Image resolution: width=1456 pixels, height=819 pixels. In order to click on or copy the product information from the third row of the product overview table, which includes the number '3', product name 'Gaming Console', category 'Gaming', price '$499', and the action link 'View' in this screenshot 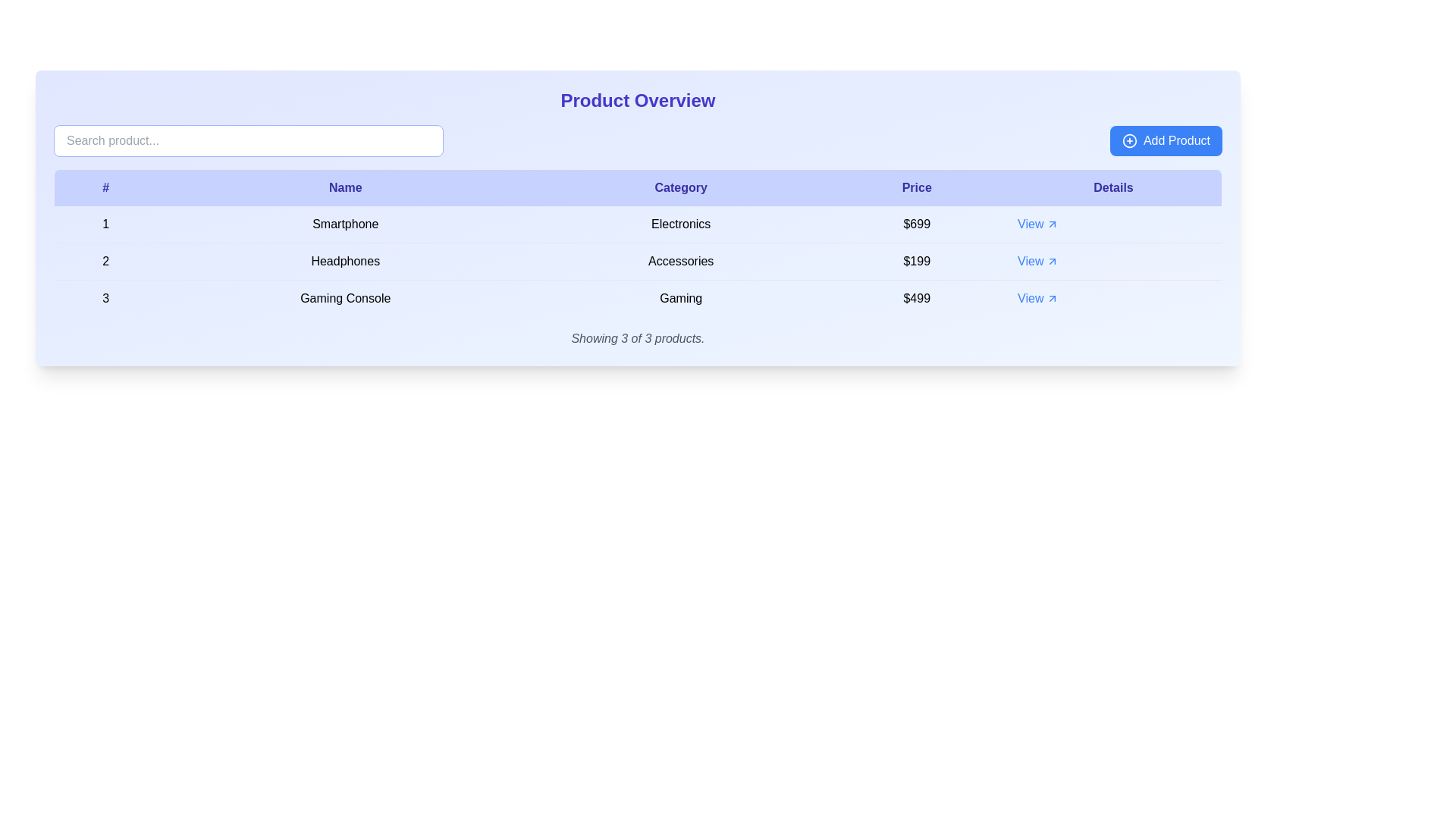, I will do `click(638, 298)`.